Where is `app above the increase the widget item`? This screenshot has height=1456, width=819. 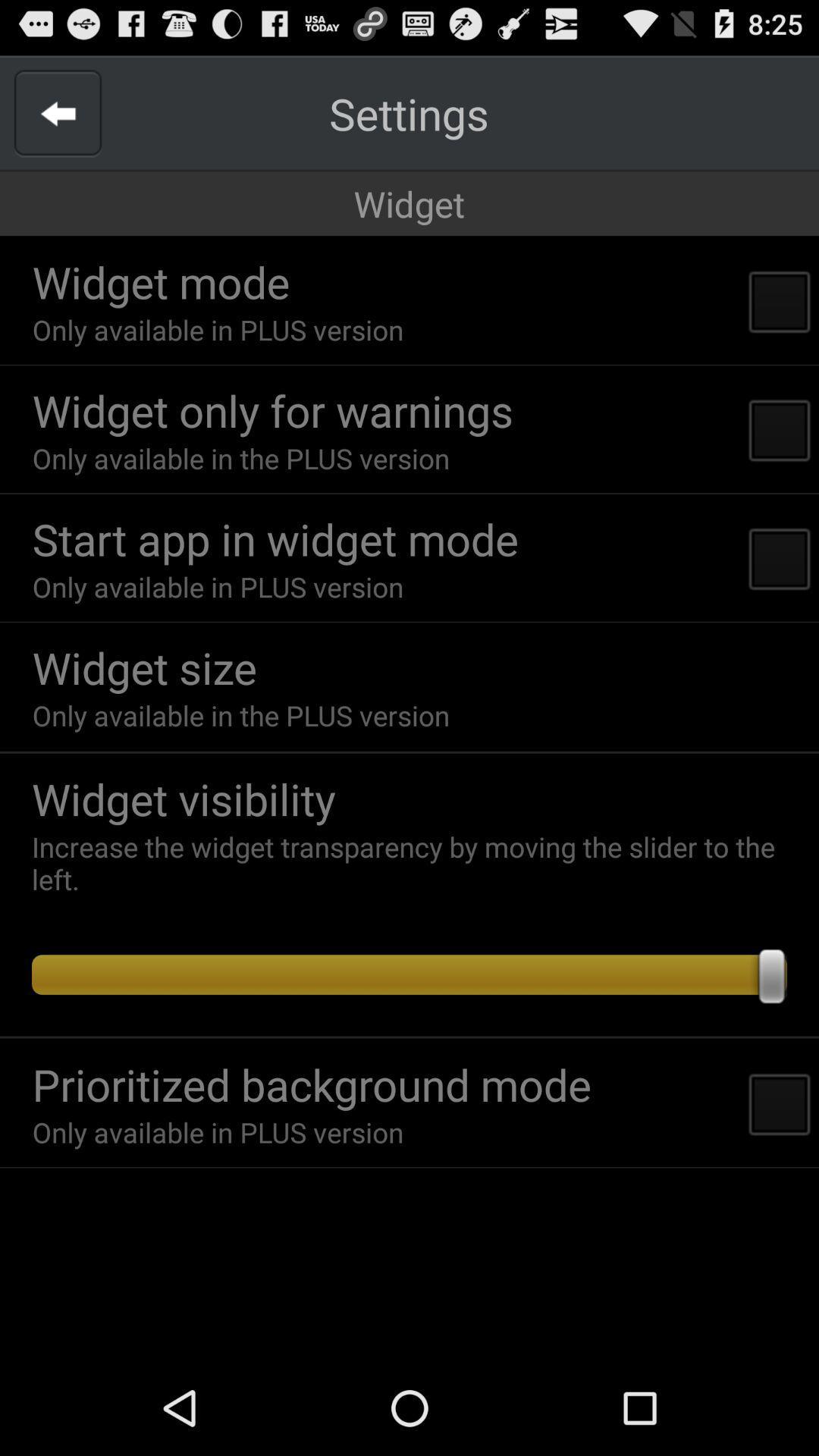
app above the increase the widget item is located at coordinates (417, 798).